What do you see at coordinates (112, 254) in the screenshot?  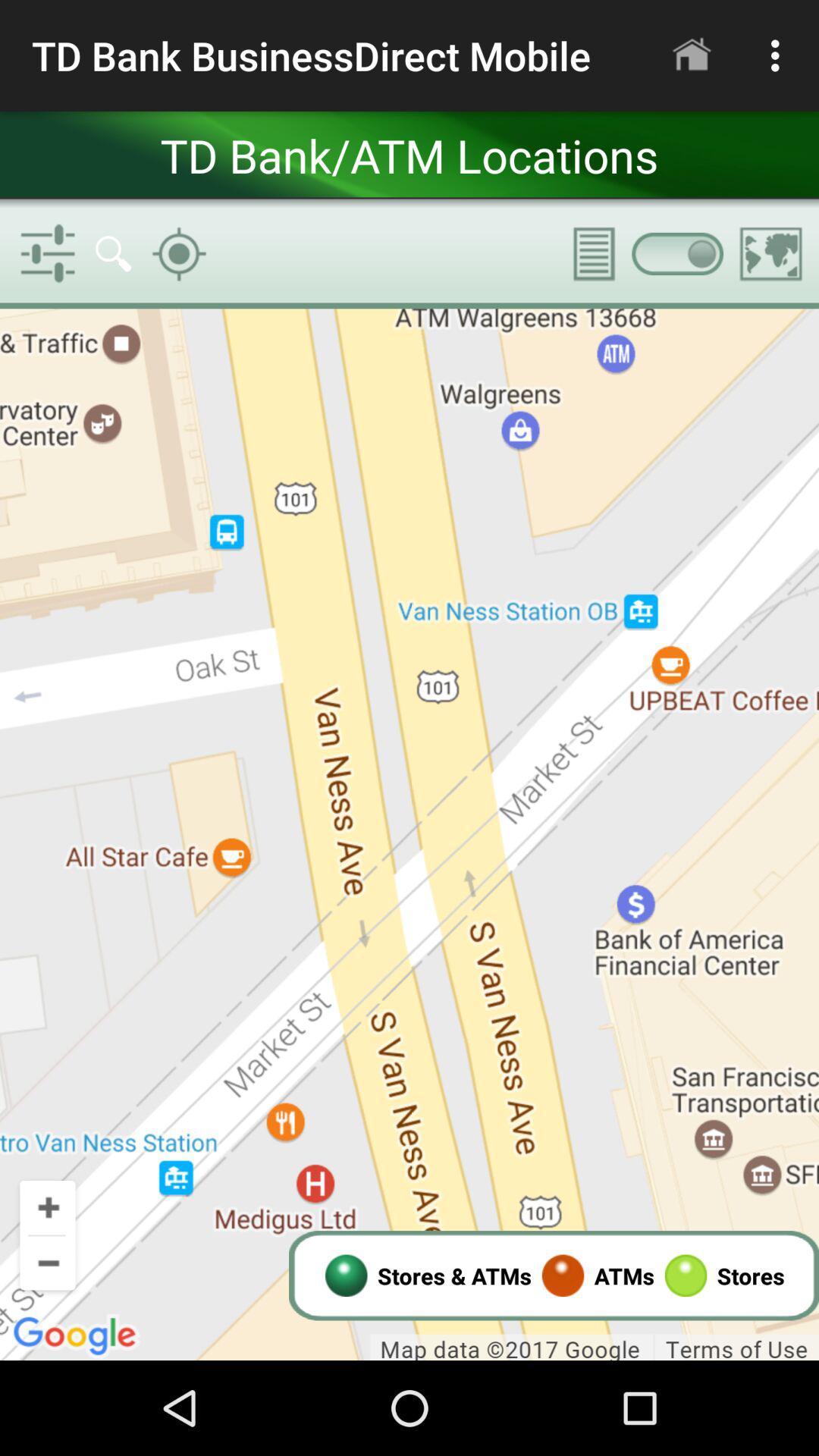 I see `the search button` at bounding box center [112, 254].